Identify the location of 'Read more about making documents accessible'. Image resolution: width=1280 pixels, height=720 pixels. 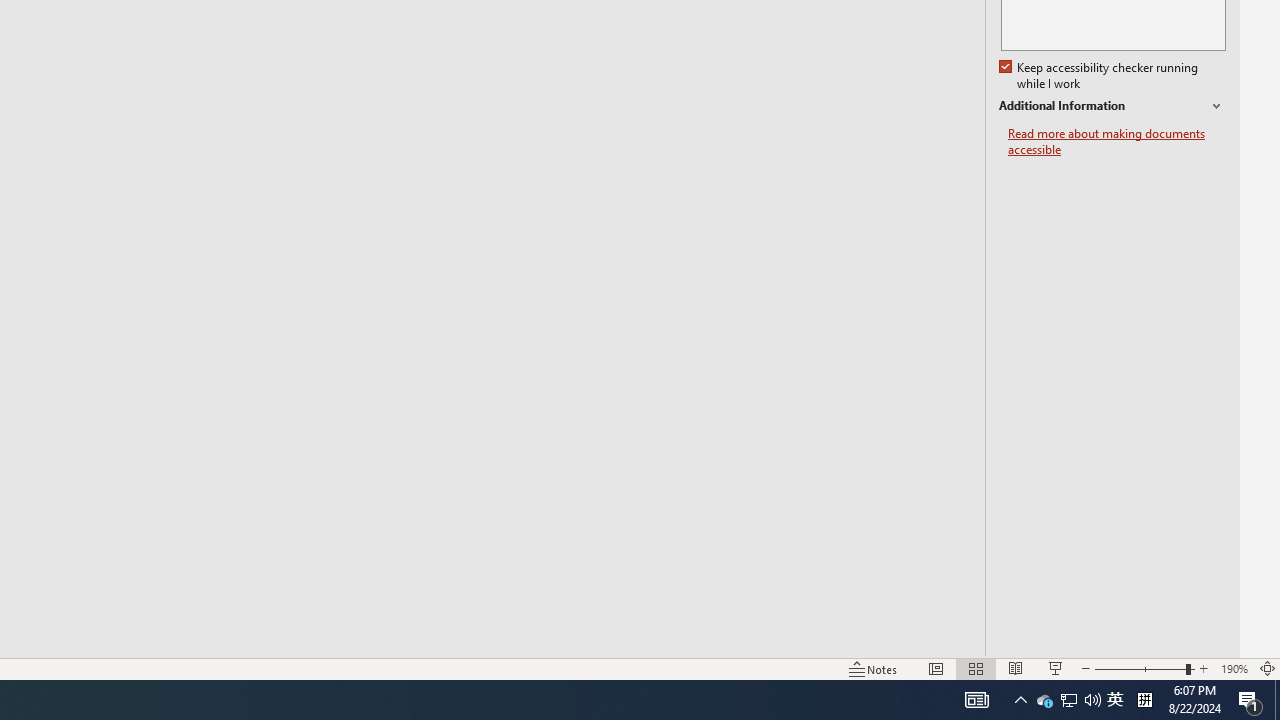
(1116, 141).